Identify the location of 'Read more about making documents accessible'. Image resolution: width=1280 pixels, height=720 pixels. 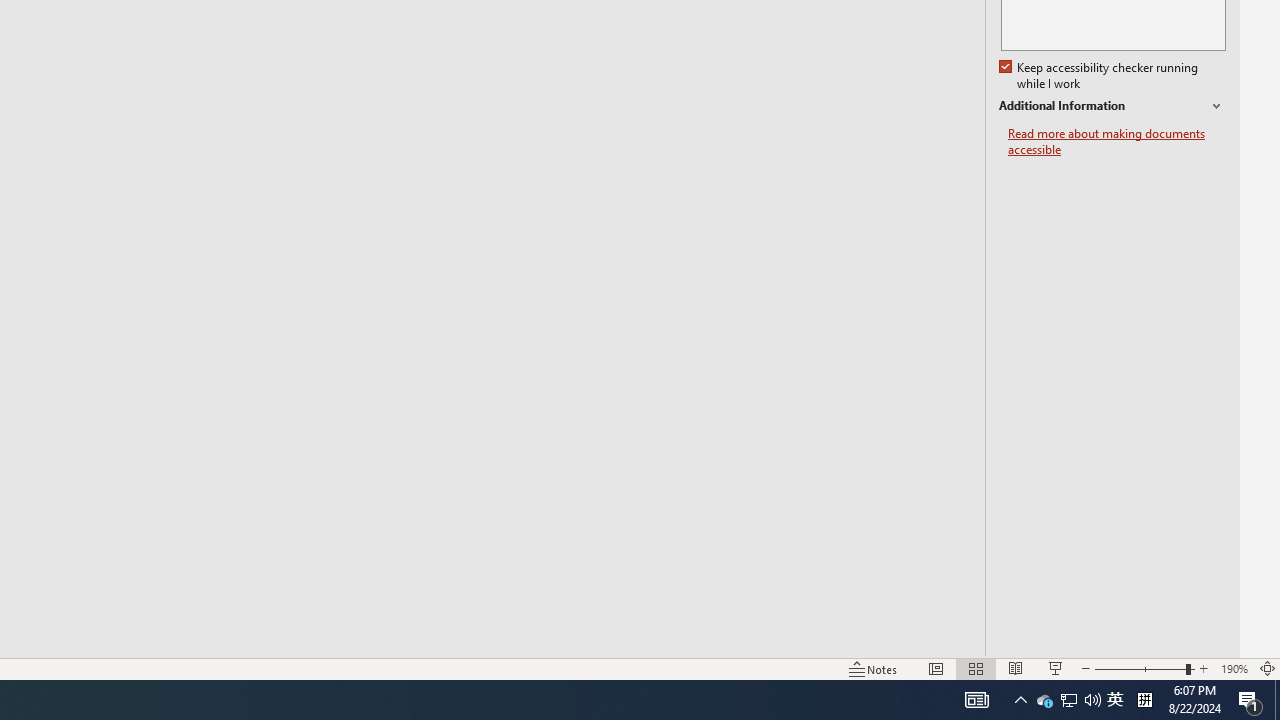
(1116, 141).